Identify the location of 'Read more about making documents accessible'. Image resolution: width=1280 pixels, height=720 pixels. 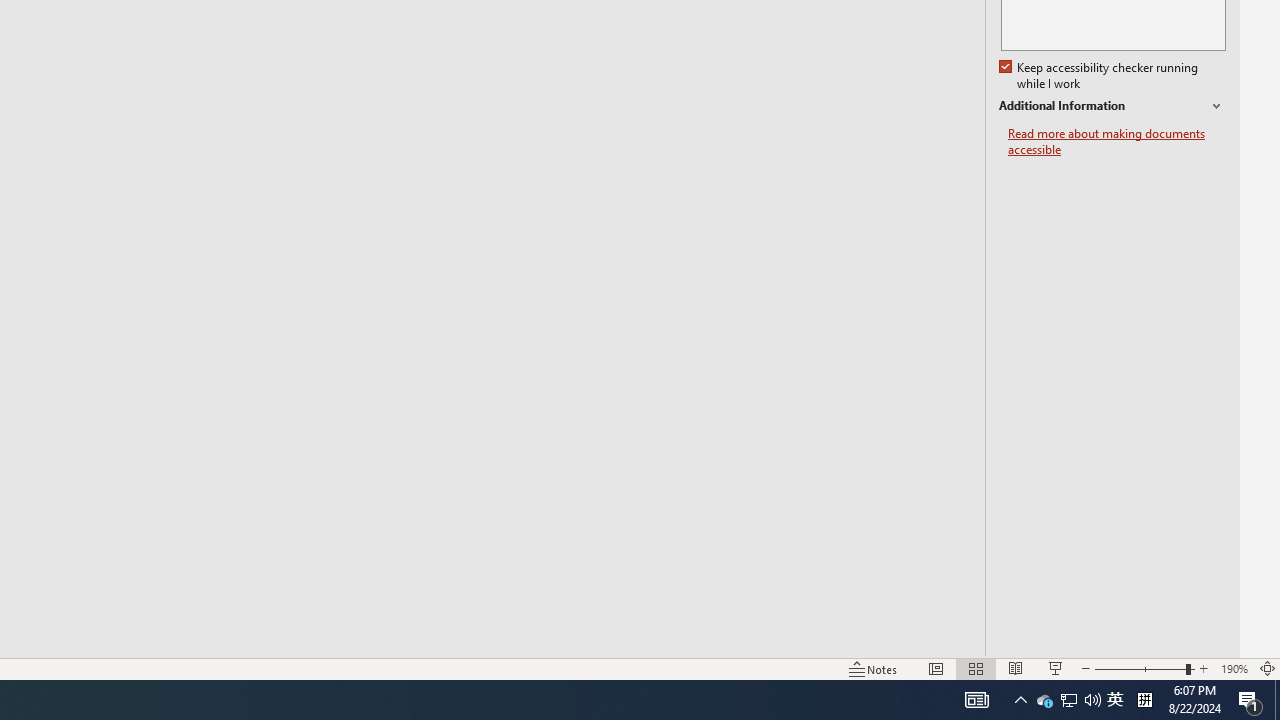
(1116, 141).